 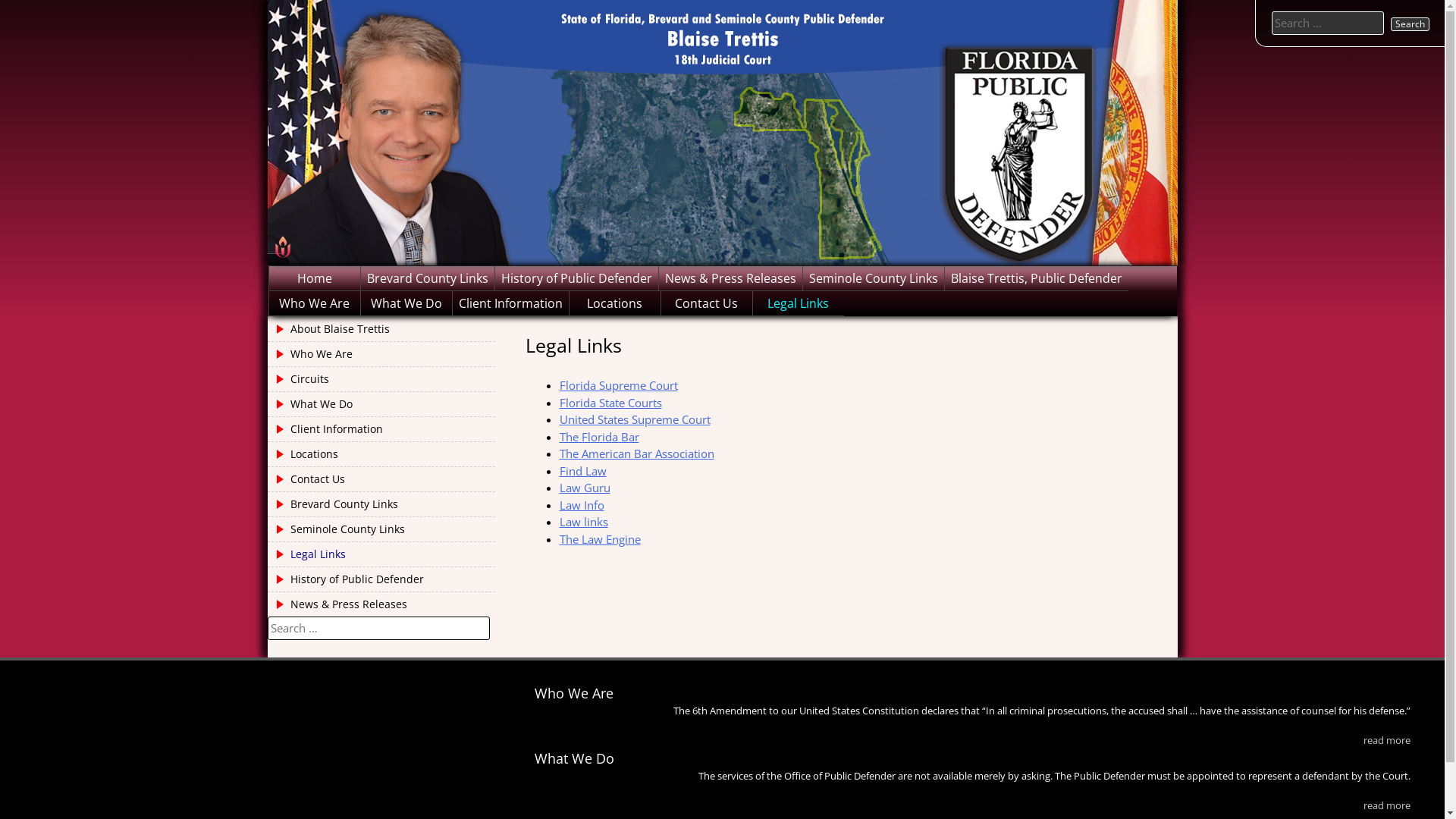 I want to click on 'Brevard County Links', so click(x=427, y=278).